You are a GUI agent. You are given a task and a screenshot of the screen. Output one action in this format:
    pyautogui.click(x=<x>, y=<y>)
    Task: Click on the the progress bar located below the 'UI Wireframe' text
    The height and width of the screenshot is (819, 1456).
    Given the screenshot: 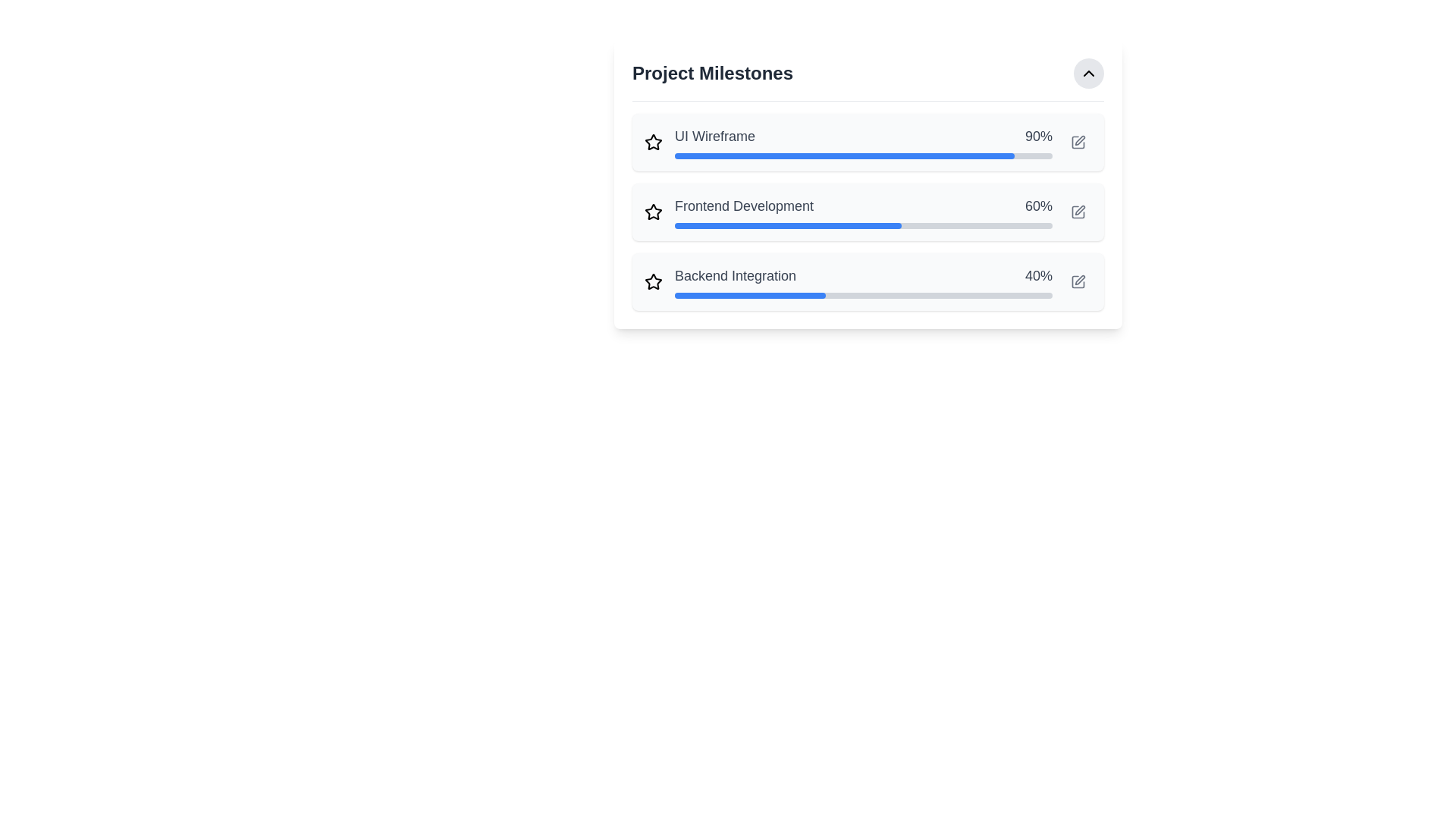 What is the action you would take?
    pyautogui.click(x=863, y=155)
    